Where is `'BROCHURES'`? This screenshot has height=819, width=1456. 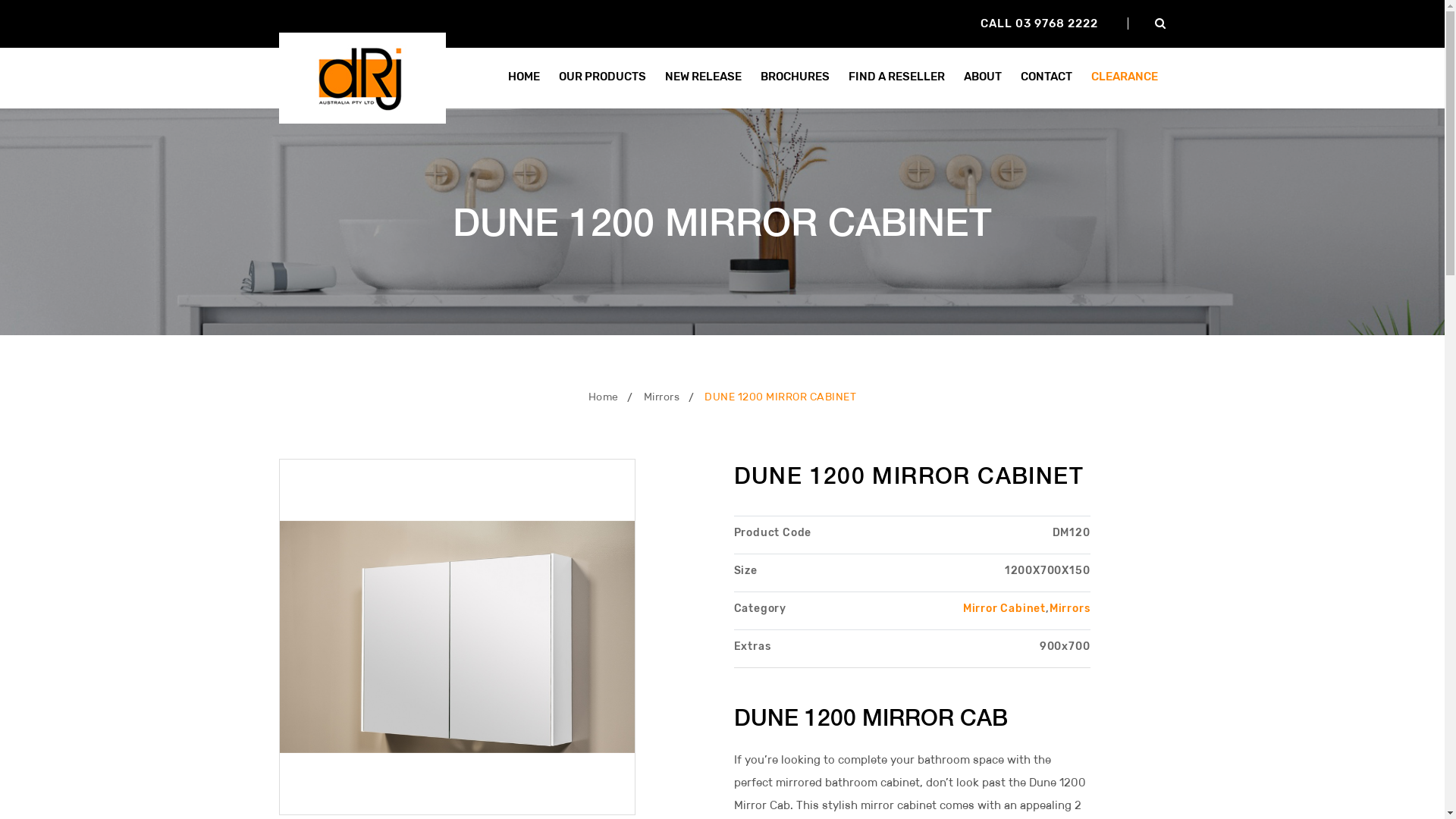 'BROCHURES' is located at coordinates (794, 77).